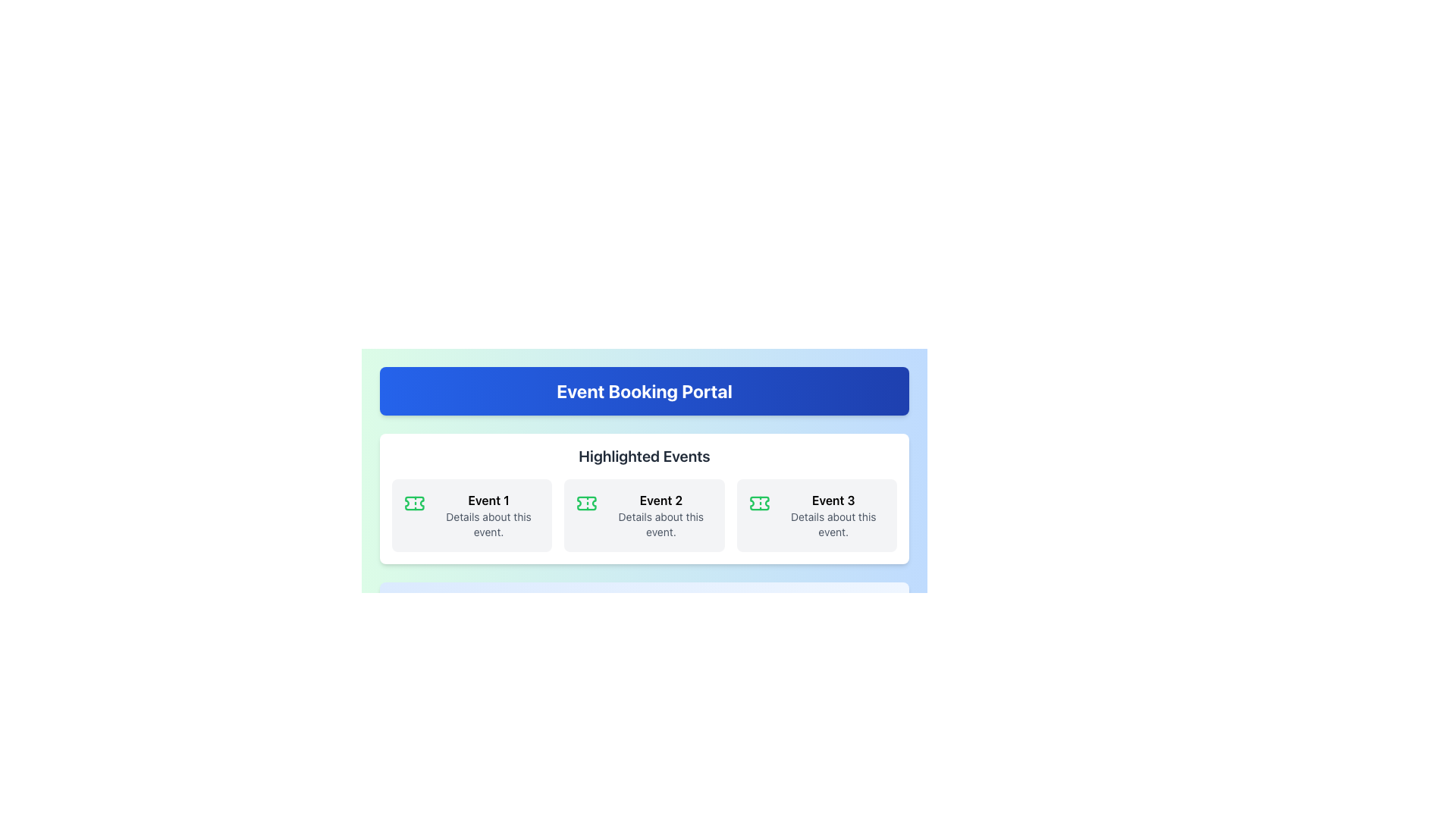  Describe the element at coordinates (833, 523) in the screenshot. I see `the text label providing a summary about 'Event 3', located beneath the bold title in the rightmost card of three event cards` at that location.